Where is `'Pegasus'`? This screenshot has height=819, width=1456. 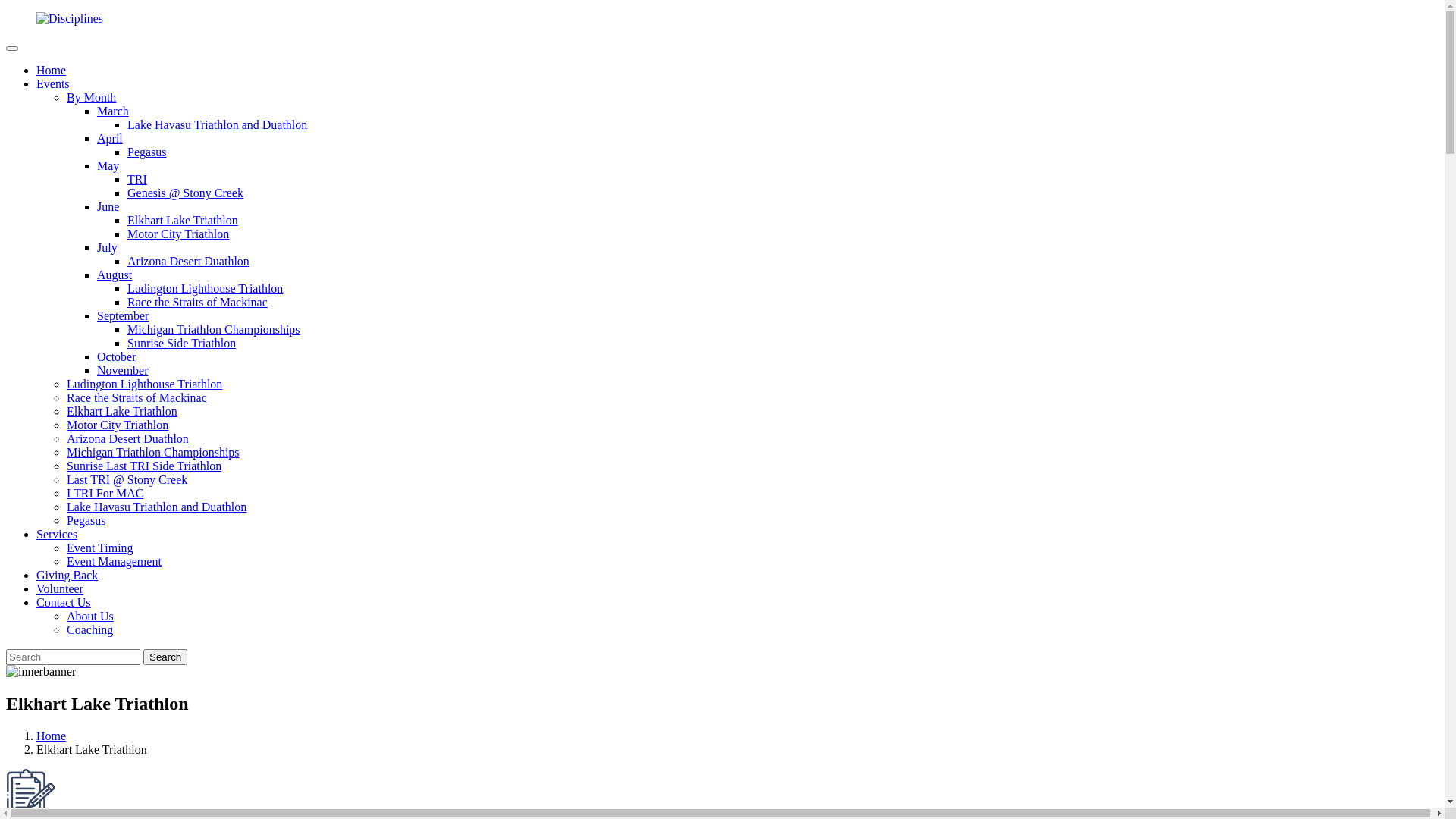 'Pegasus' is located at coordinates (86, 519).